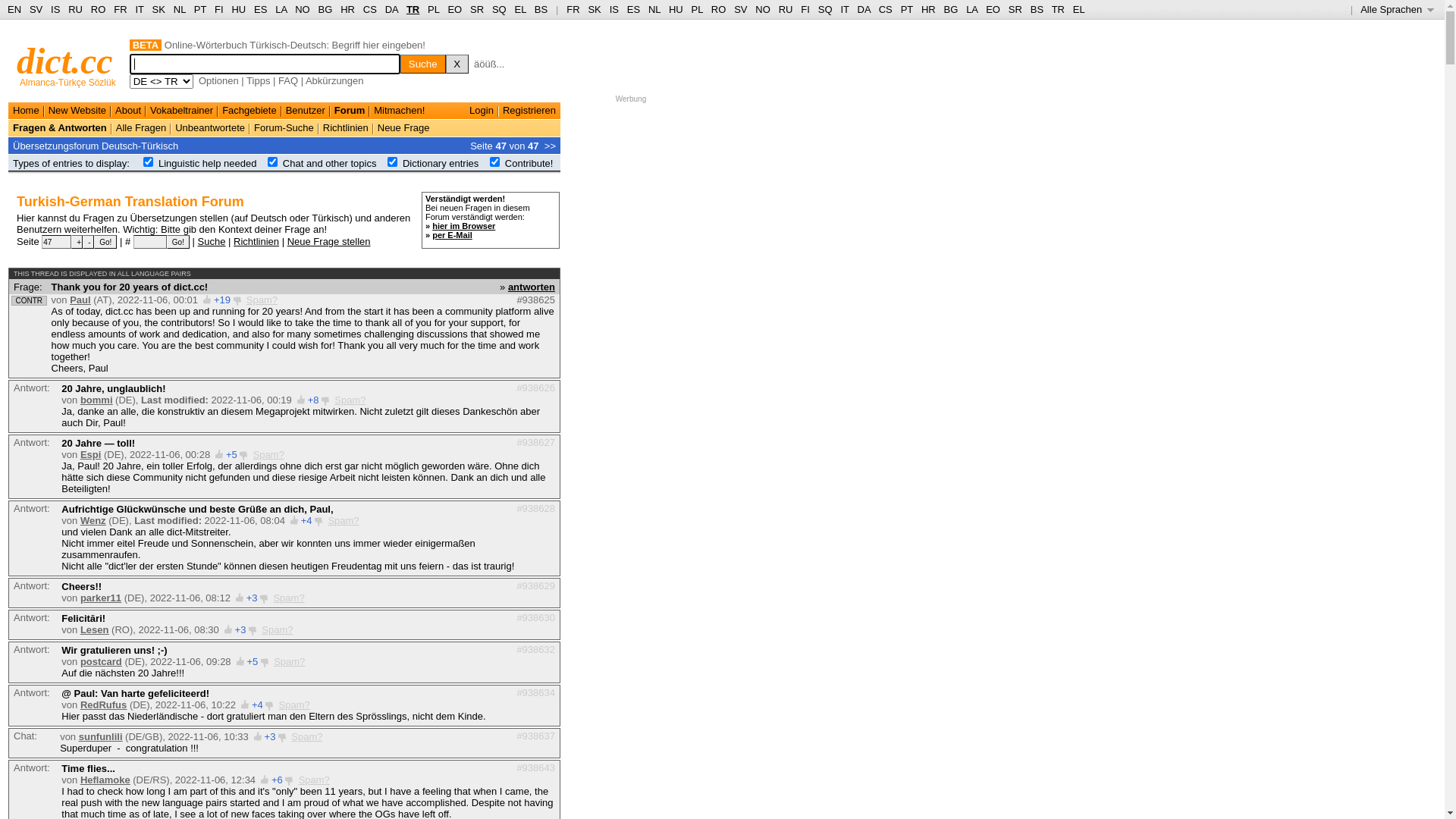 The width and height of the screenshot is (1456, 819). Describe the element at coordinates (786, 9) in the screenshot. I see `'RU'` at that location.